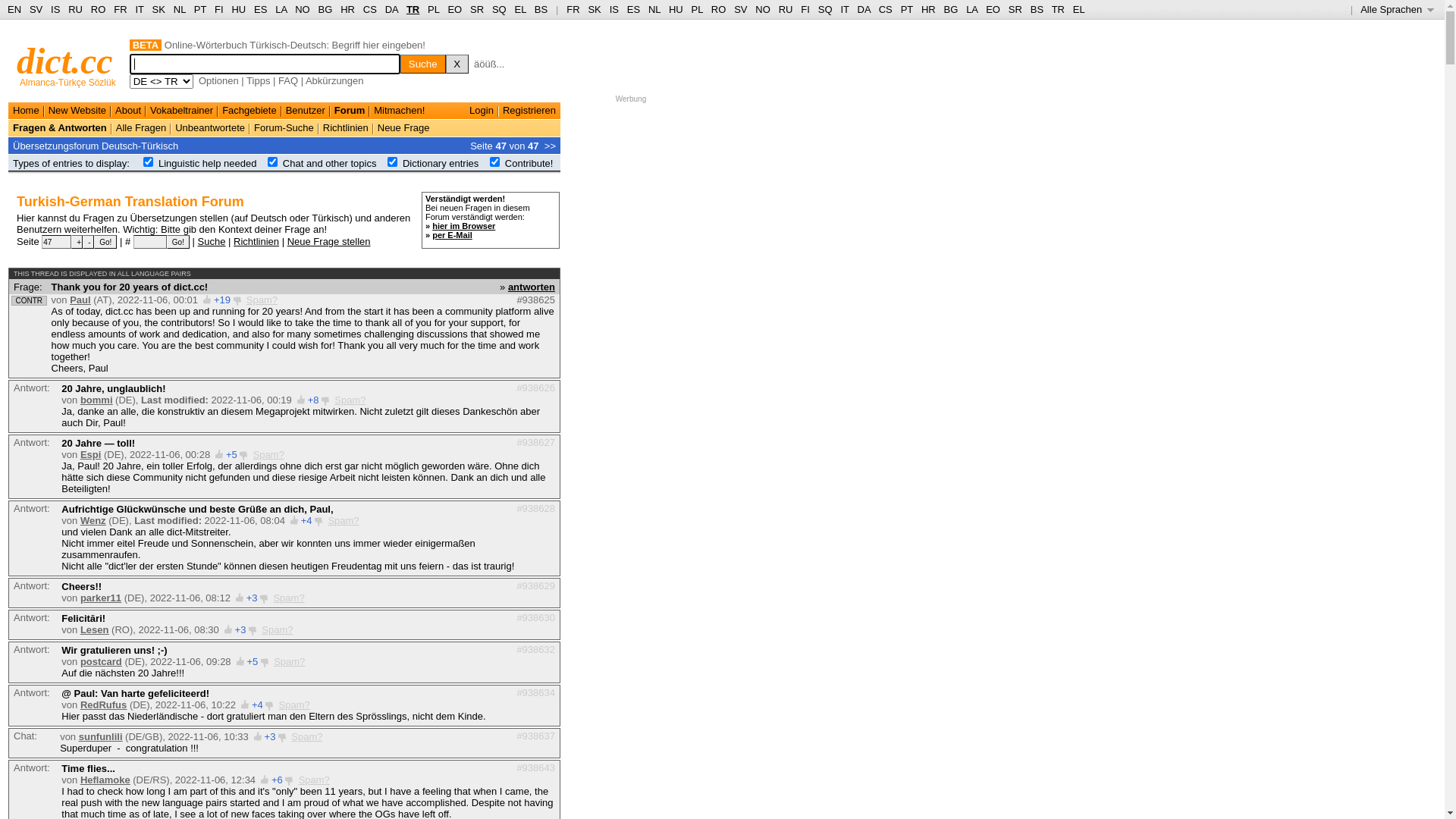 The width and height of the screenshot is (1456, 819). Describe the element at coordinates (786, 9) in the screenshot. I see `'RU'` at that location.